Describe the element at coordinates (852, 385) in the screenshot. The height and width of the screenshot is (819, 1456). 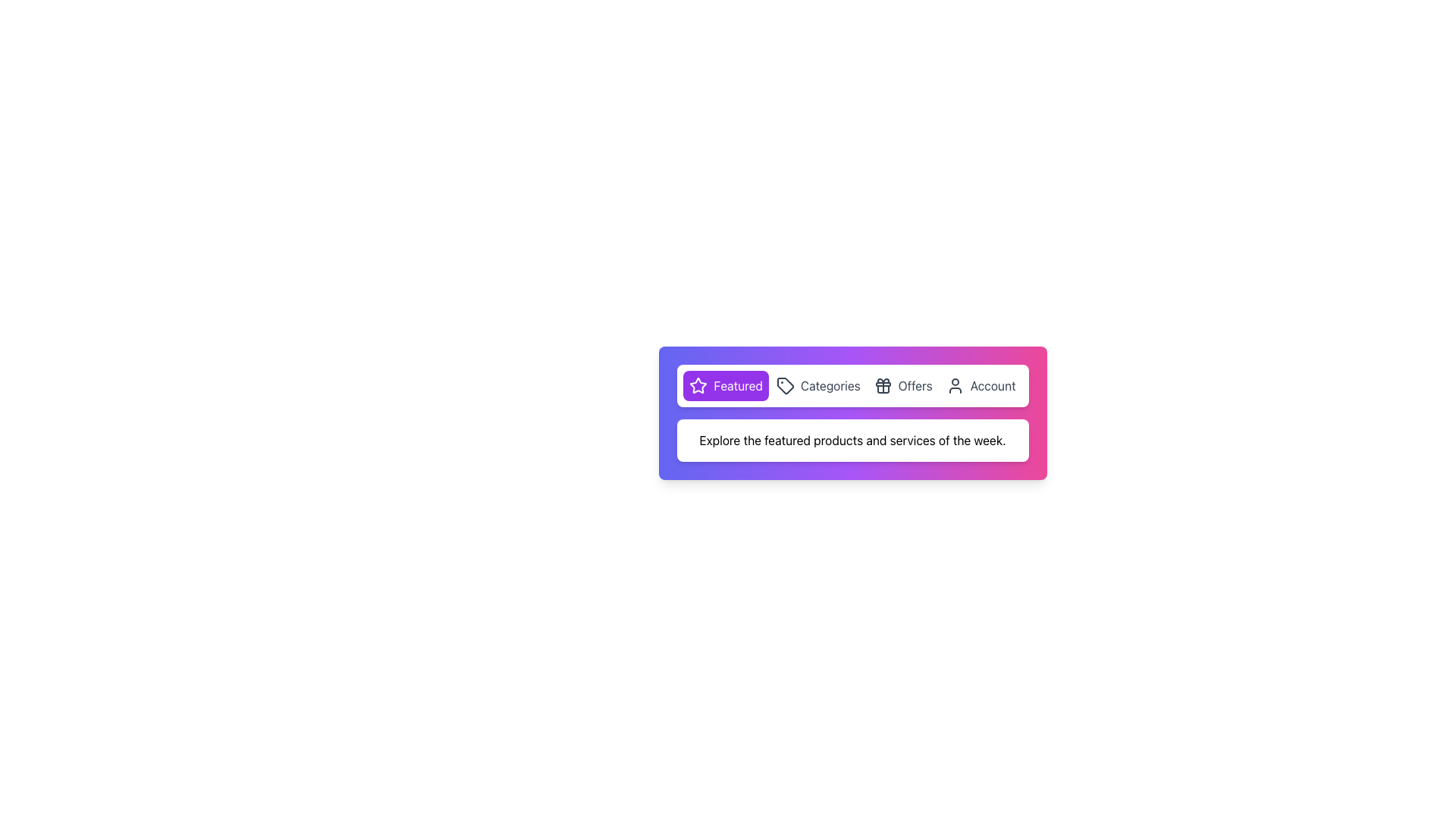
I see `the navigation menu located centrally in the interface for visual feedback on interactive buttons` at that location.